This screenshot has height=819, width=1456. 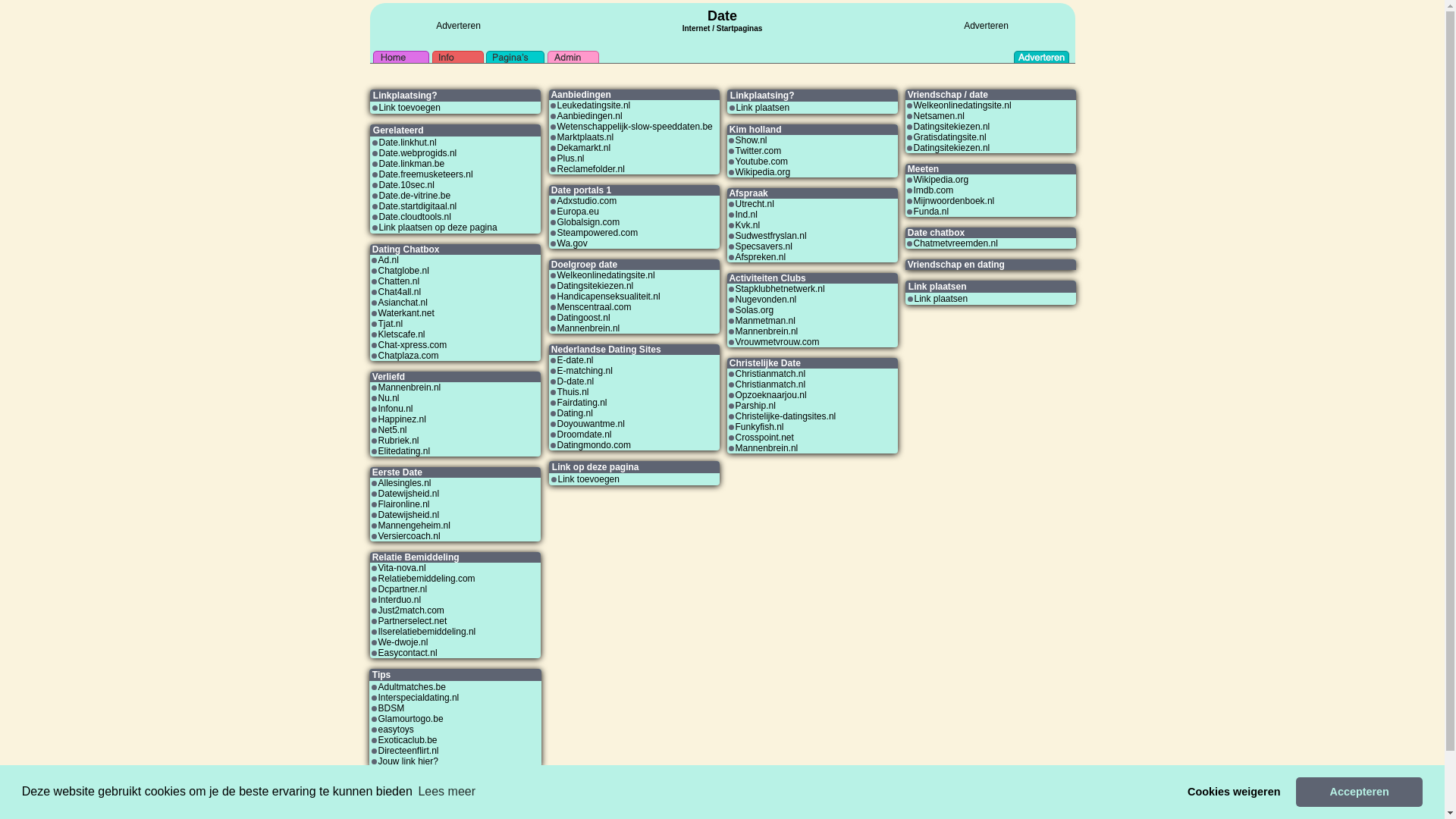 What do you see at coordinates (735, 383) in the screenshot?
I see `'Christianmatch.nl'` at bounding box center [735, 383].